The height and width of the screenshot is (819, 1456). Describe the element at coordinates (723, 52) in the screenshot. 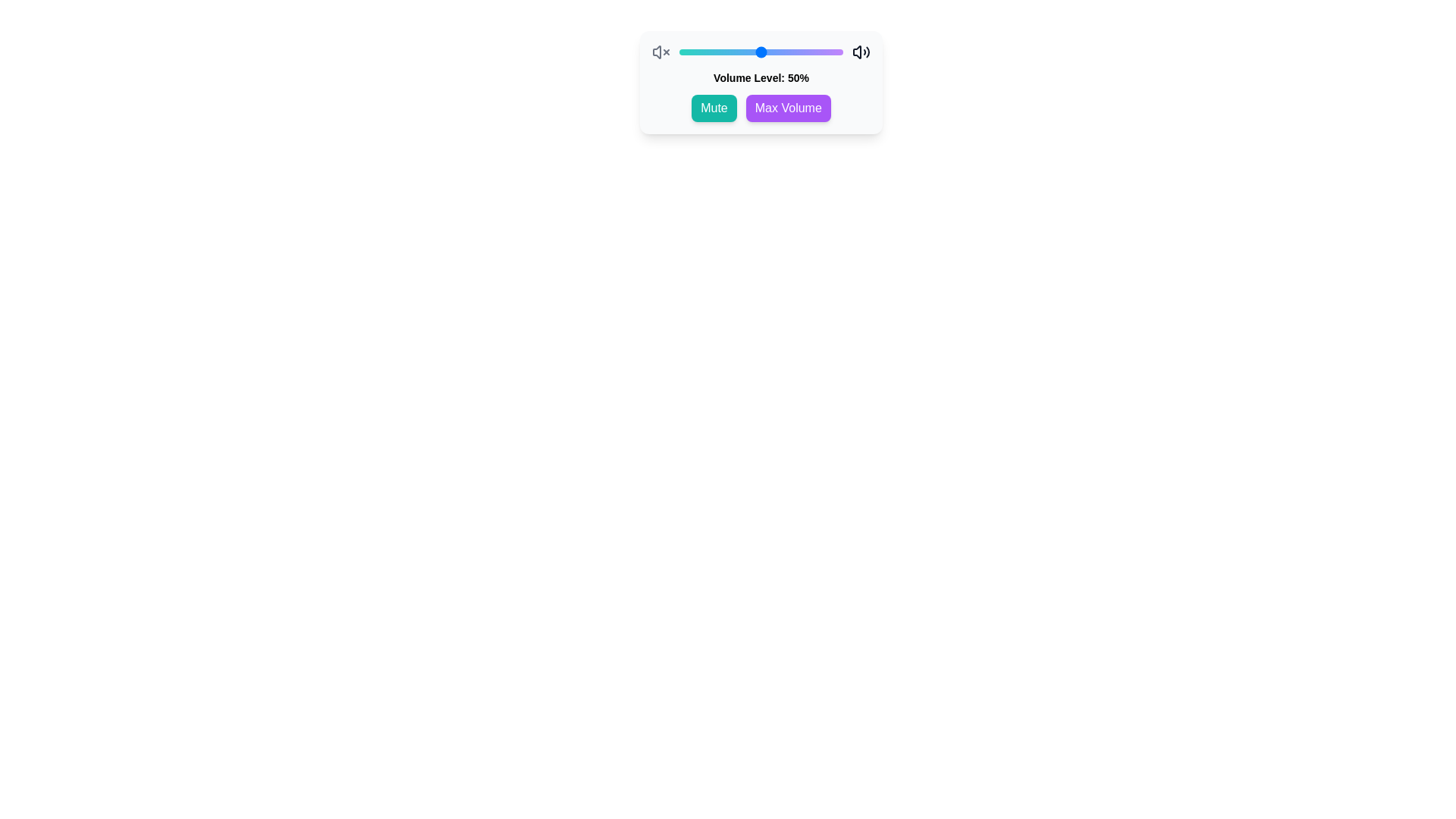

I see `the volume slider to set the volume level to 27%` at that location.